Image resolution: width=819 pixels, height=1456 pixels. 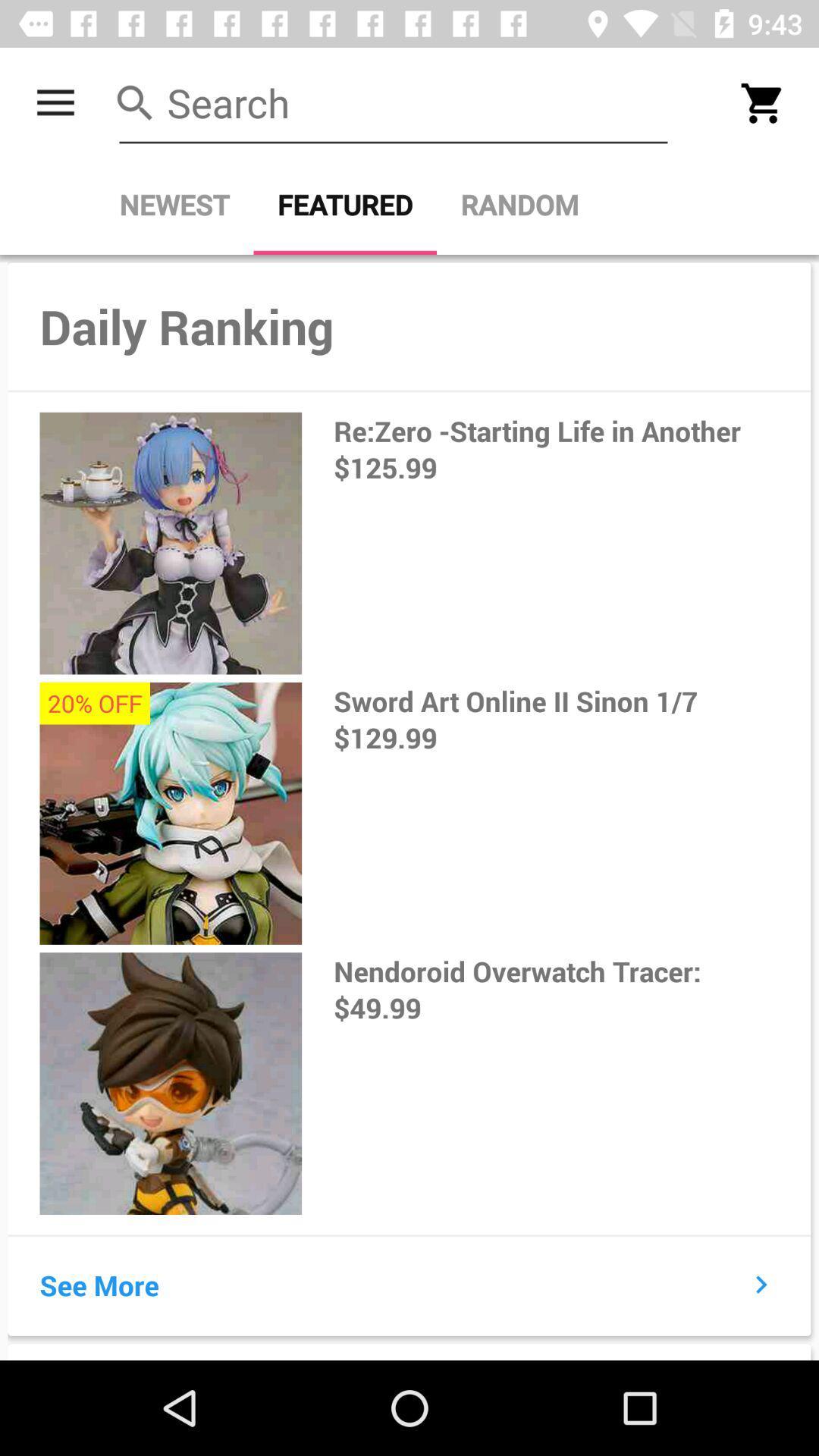 What do you see at coordinates (393, 102) in the screenshot?
I see `search` at bounding box center [393, 102].